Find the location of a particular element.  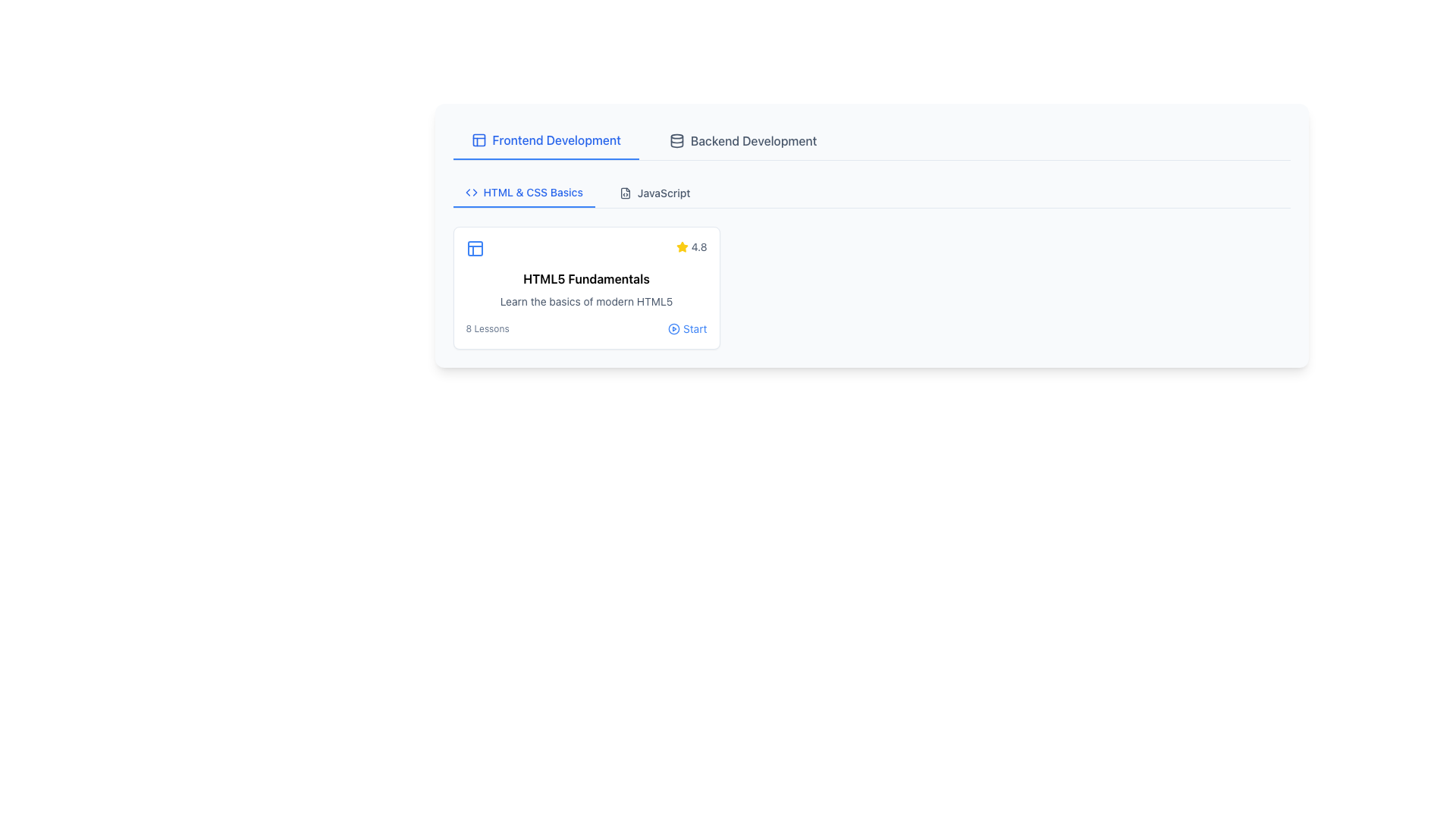

the 16x16 pixel SVG icon resembling a file with a code symbol, located to the right of the 'JavaScript' tab in the navigation bar is located at coordinates (625, 192).